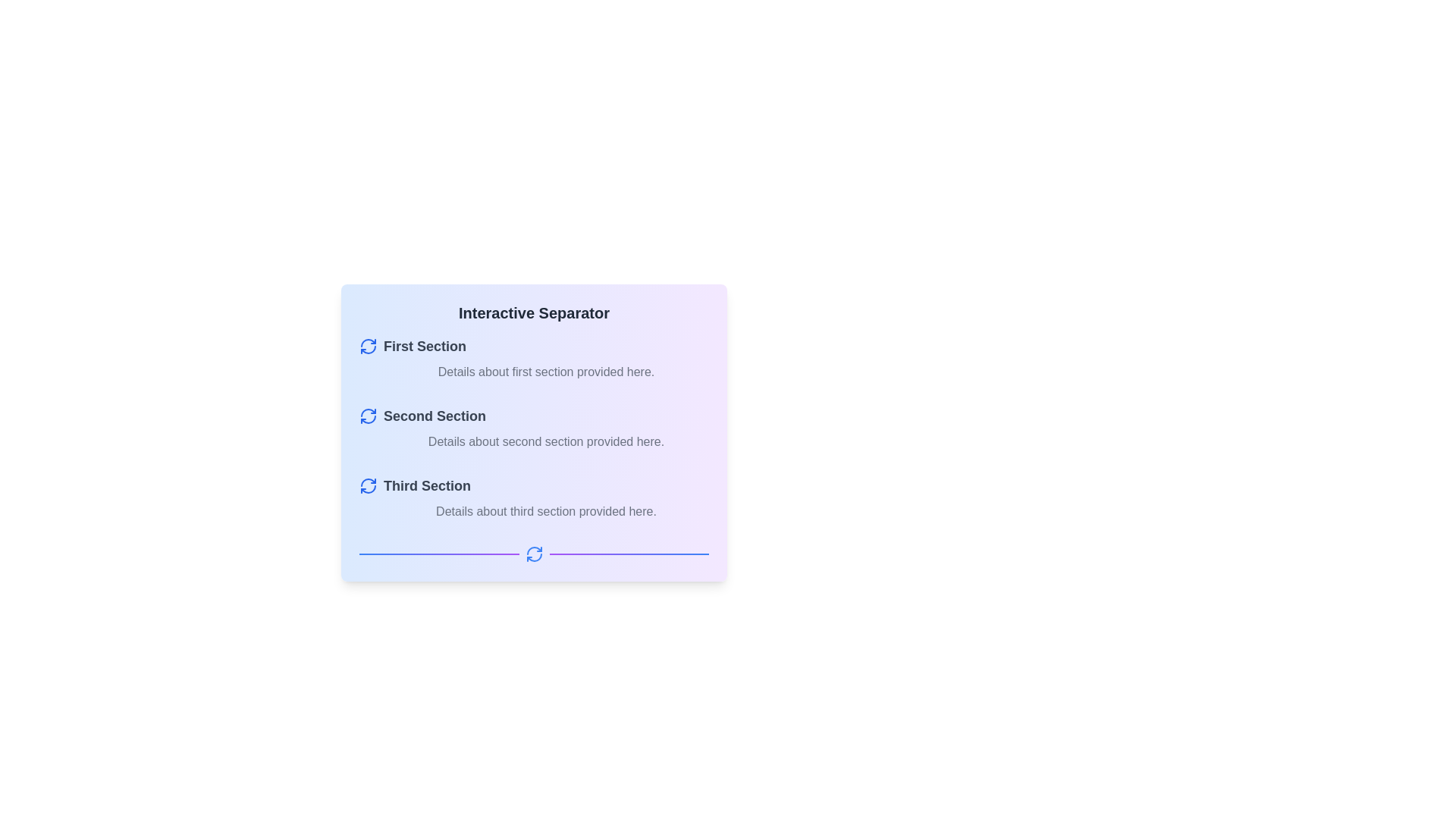  Describe the element at coordinates (546, 372) in the screenshot. I see `the text label that provides a brief description related to the 'First Section' heading, which is positioned directly below it` at that location.